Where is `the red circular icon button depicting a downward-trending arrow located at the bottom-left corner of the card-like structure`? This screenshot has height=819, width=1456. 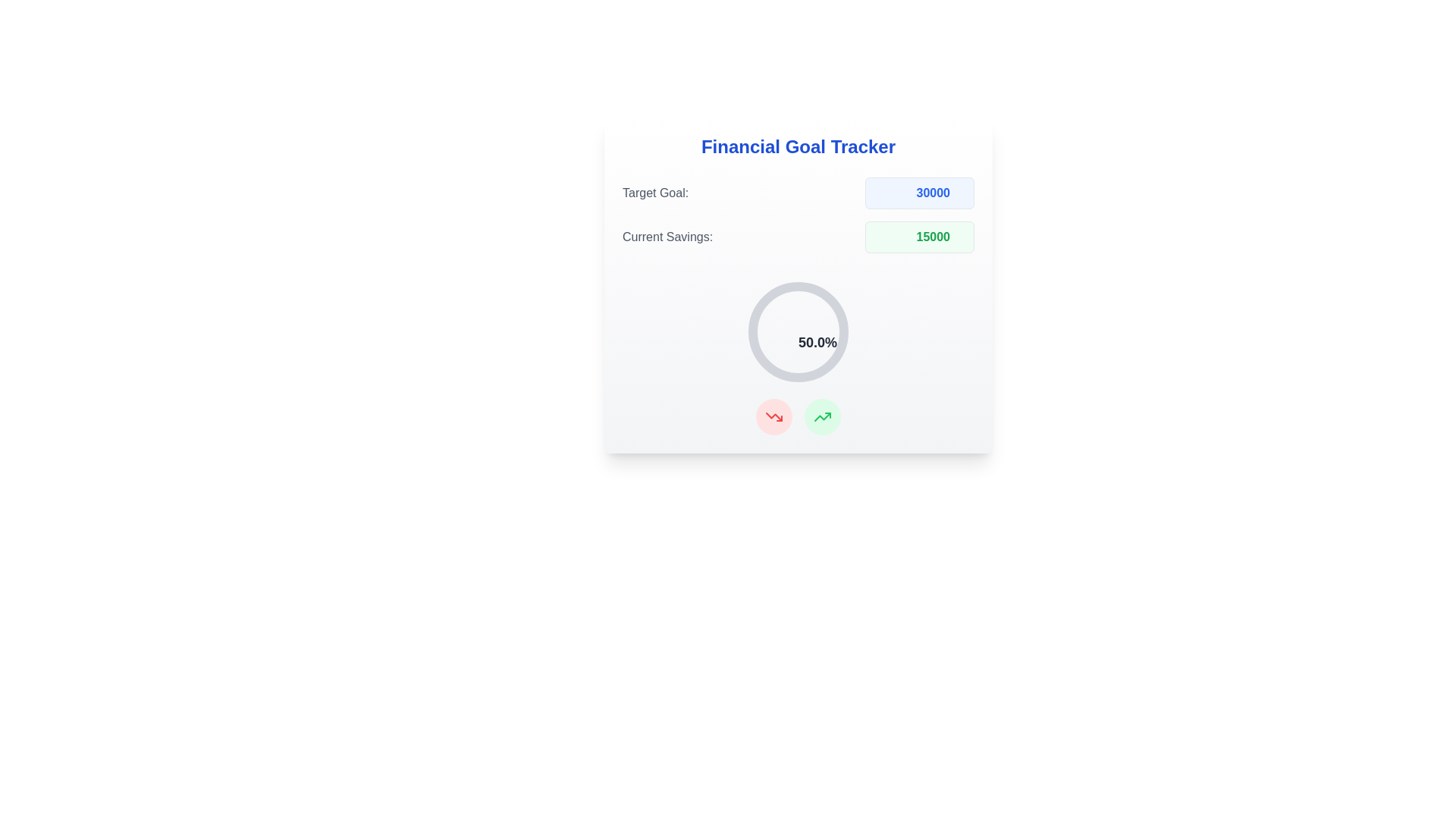 the red circular icon button depicting a downward-trending arrow located at the bottom-left corner of the card-like structure is located at coordinates (774, 417).